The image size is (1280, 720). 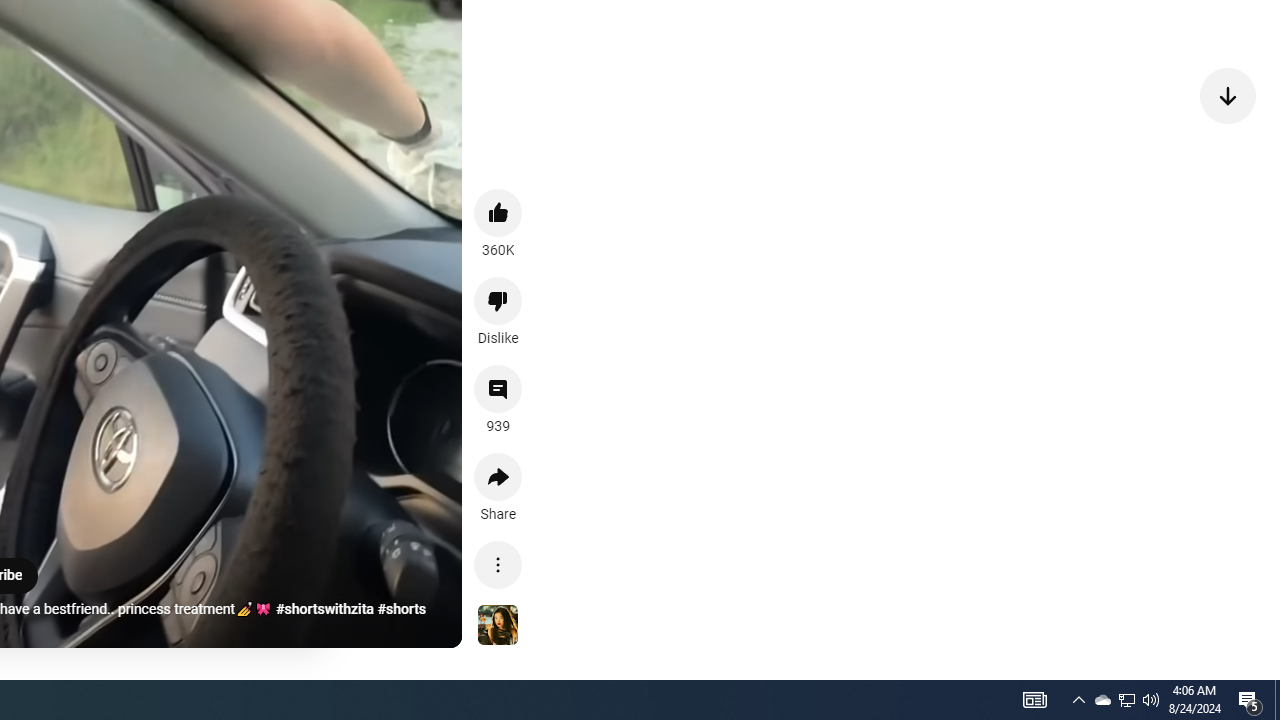 I want to click on 'Next video', so click(x=1227, y=95).